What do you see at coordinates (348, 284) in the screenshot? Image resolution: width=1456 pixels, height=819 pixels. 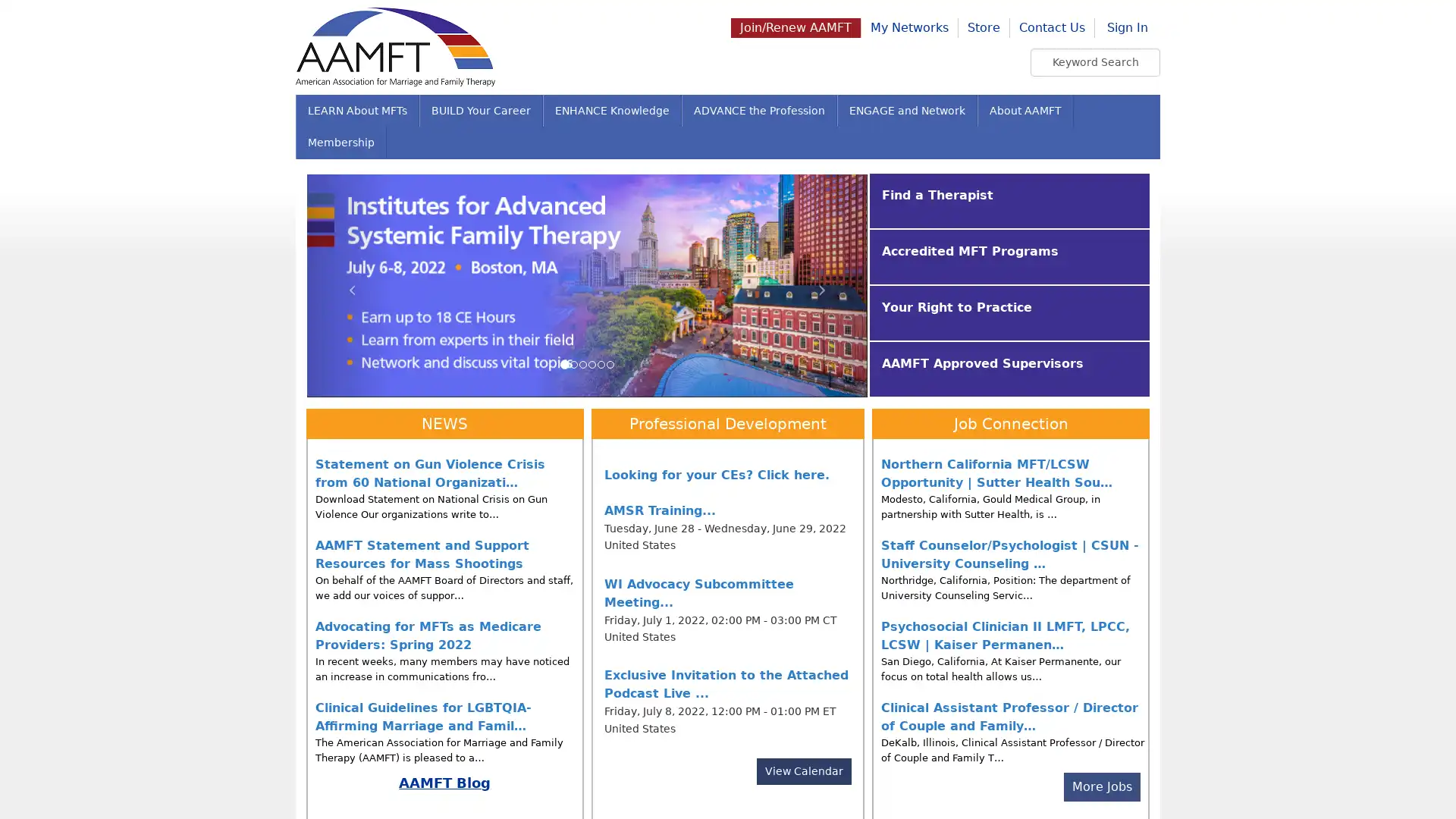 I see `Previous` at bounding box center [348, 284].